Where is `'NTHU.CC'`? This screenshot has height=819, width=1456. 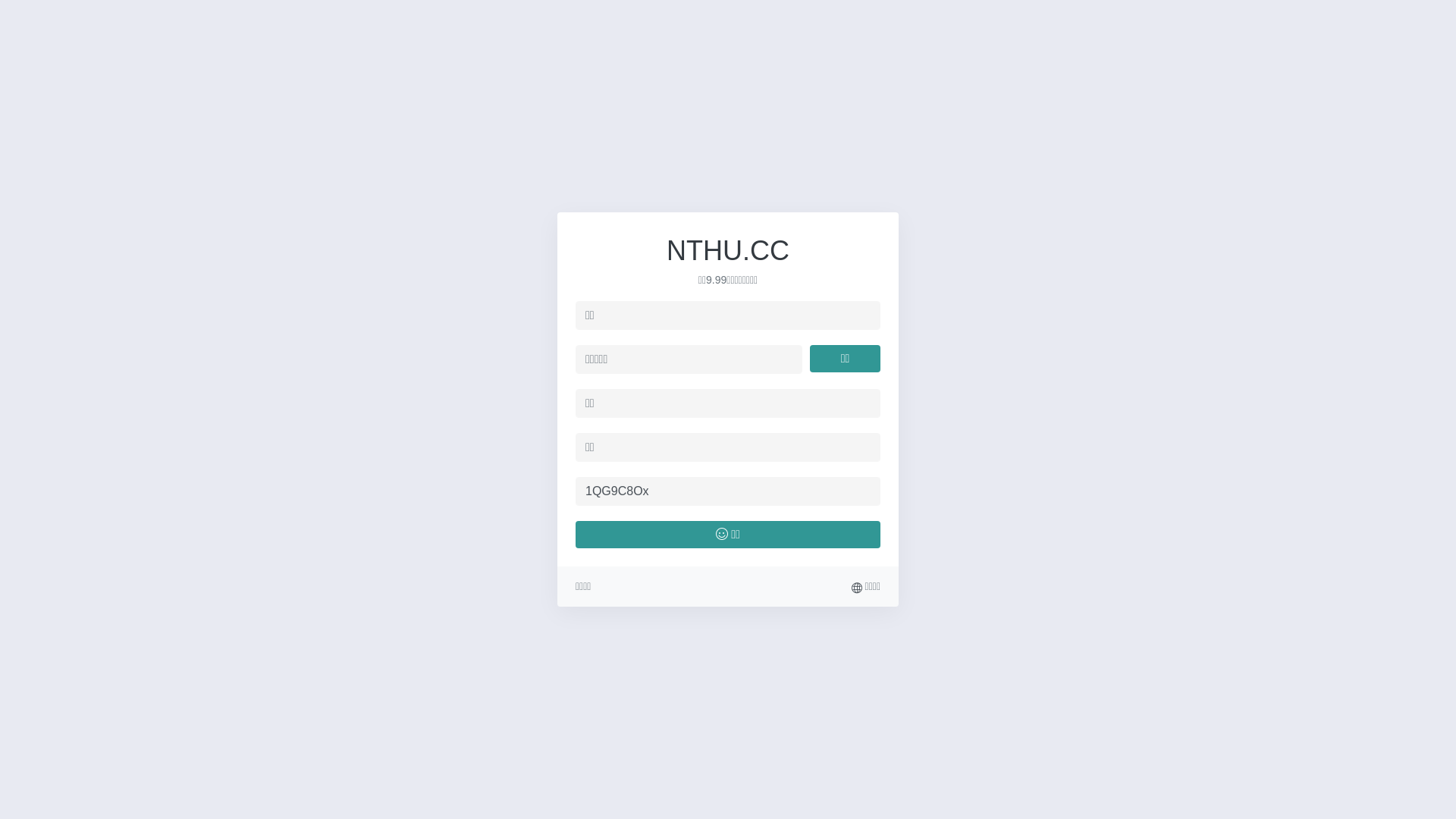 'NTHU.CC' is located at coordinates (666, 249).